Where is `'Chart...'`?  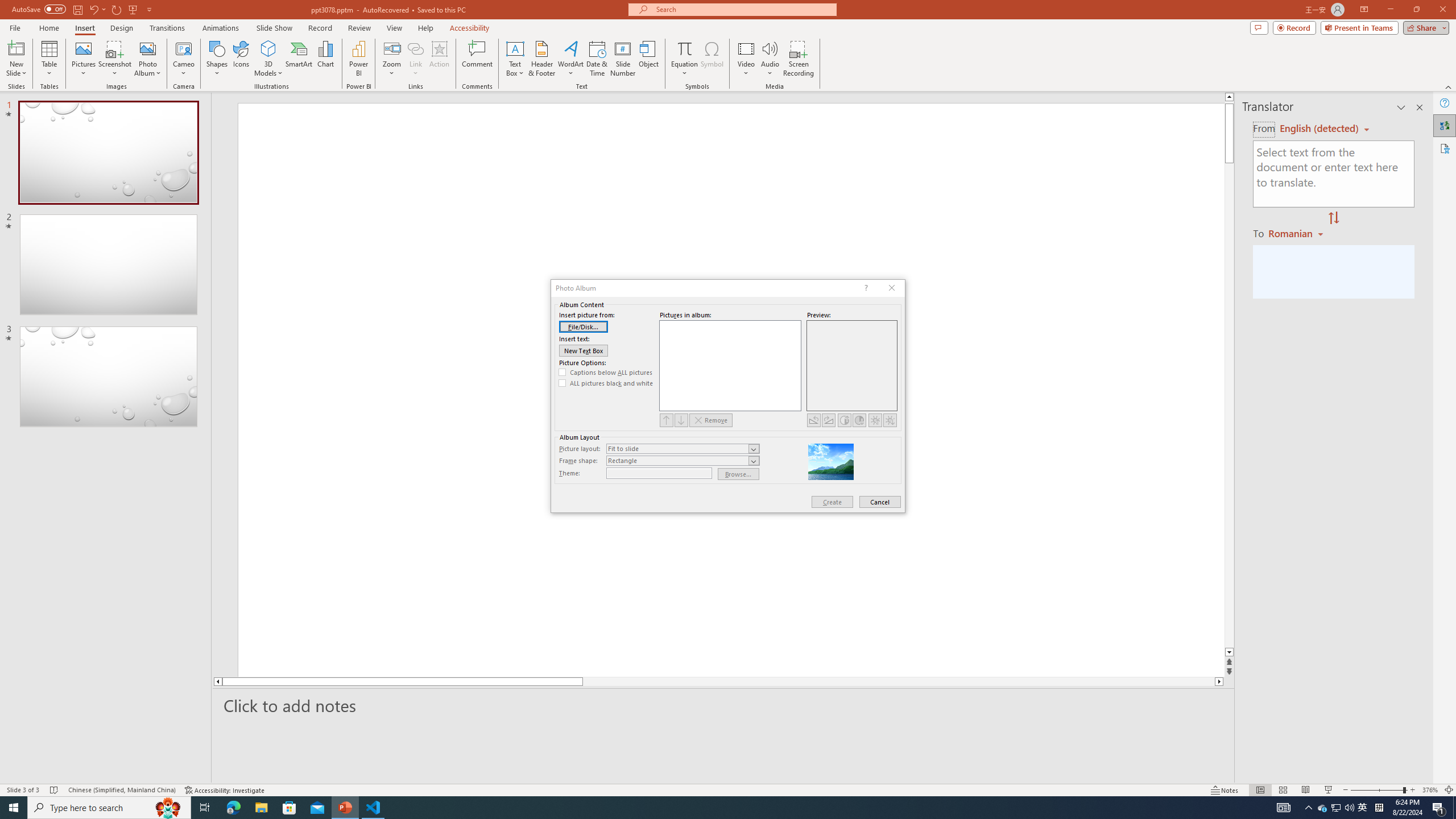
'Chart...' is located at coordinates (325, 59).